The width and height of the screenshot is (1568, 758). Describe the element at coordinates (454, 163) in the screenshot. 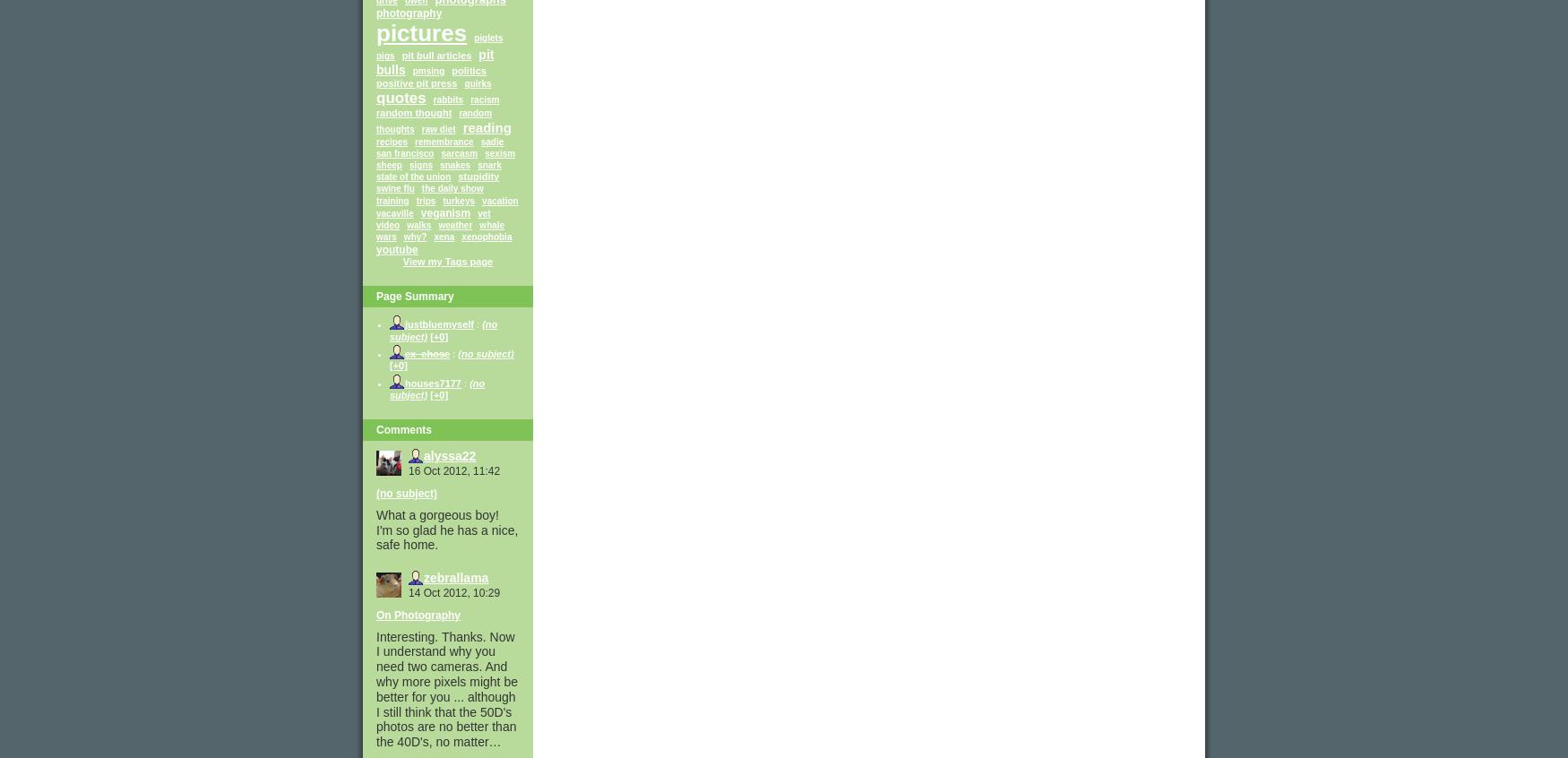

I see `'snakes'` at that location.